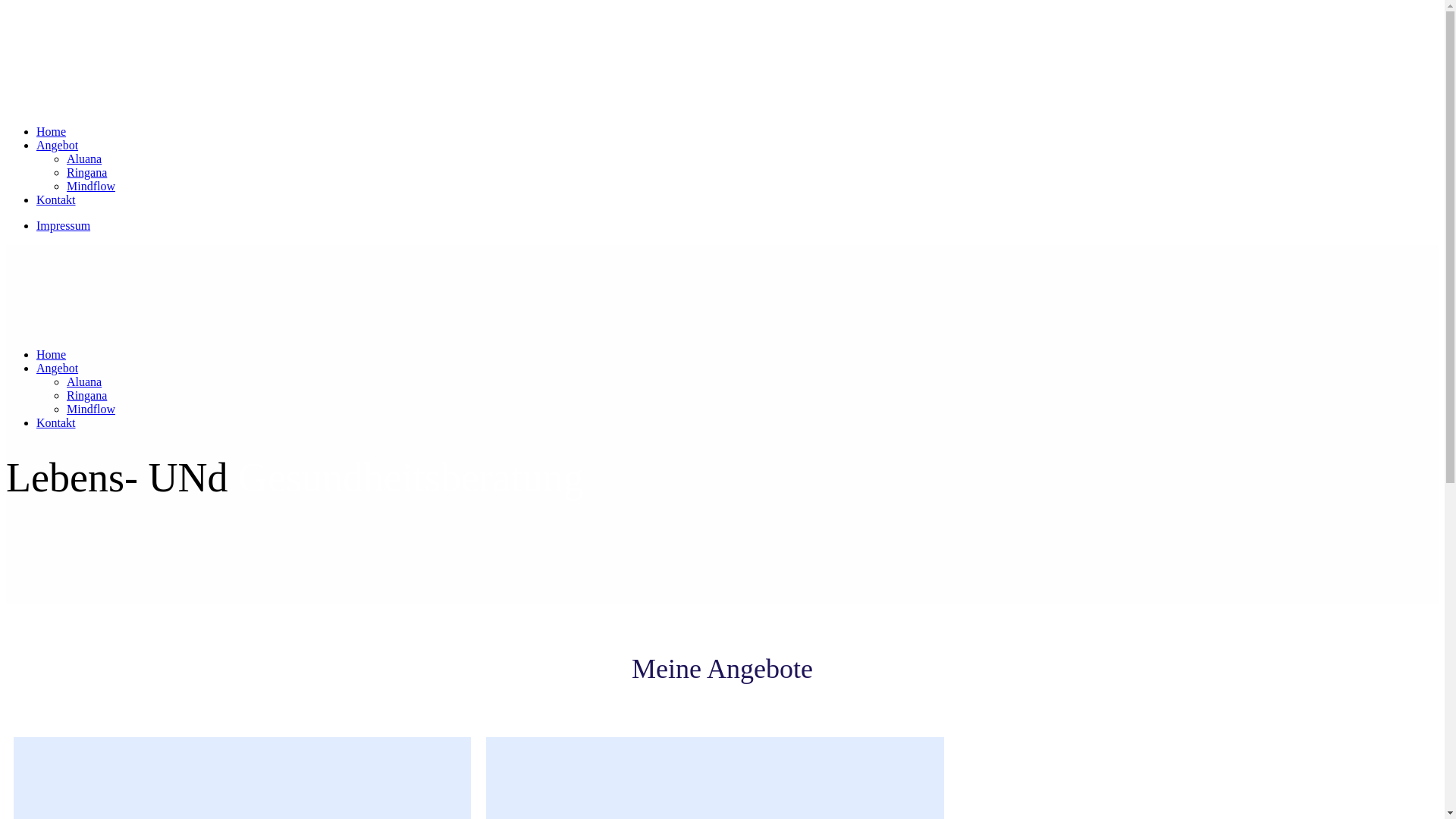  I want to click on 'Angebot', so click(57, 368).